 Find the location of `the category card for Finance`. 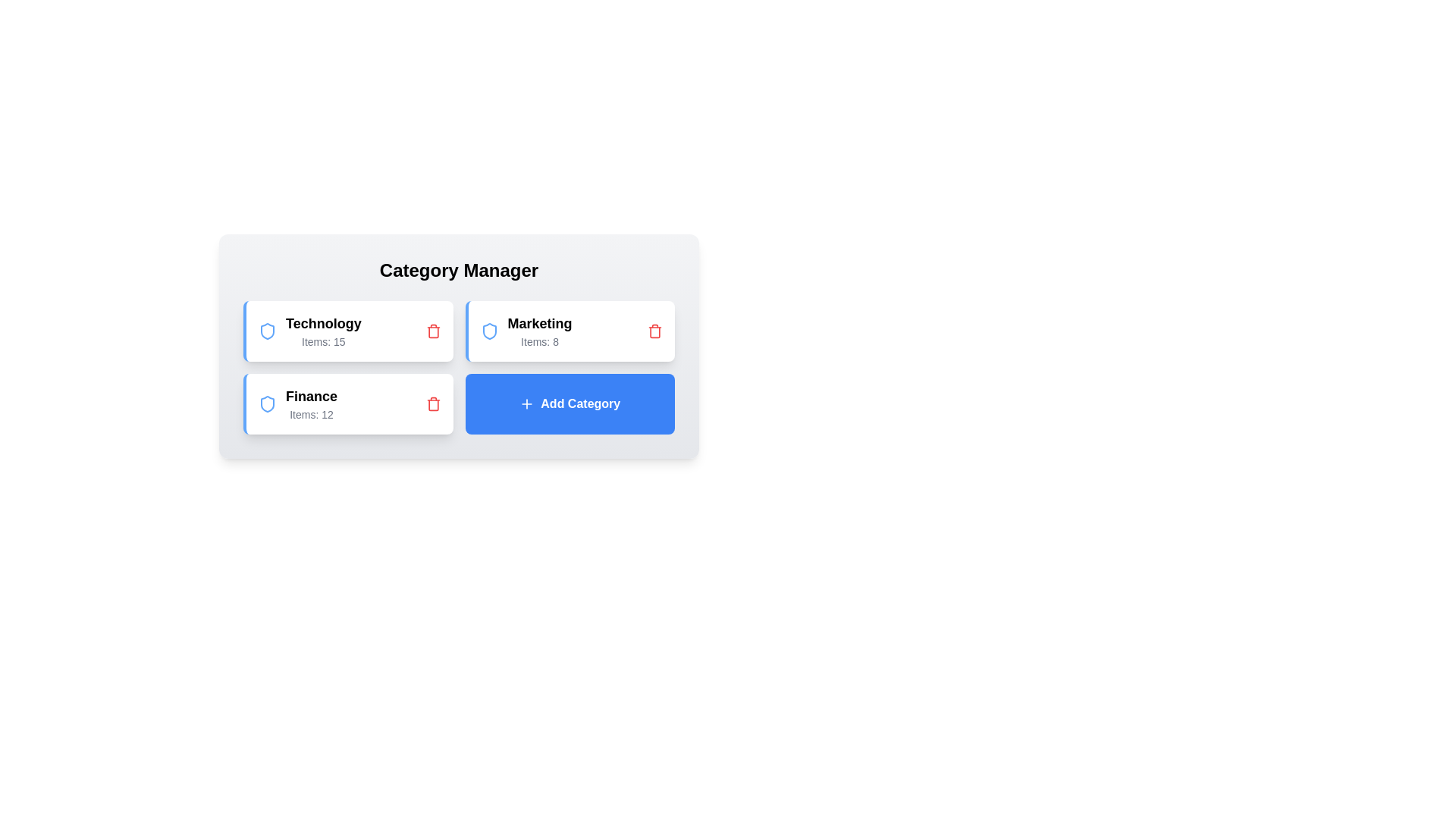

the category card for Finance is located at coordinates (347, 403).